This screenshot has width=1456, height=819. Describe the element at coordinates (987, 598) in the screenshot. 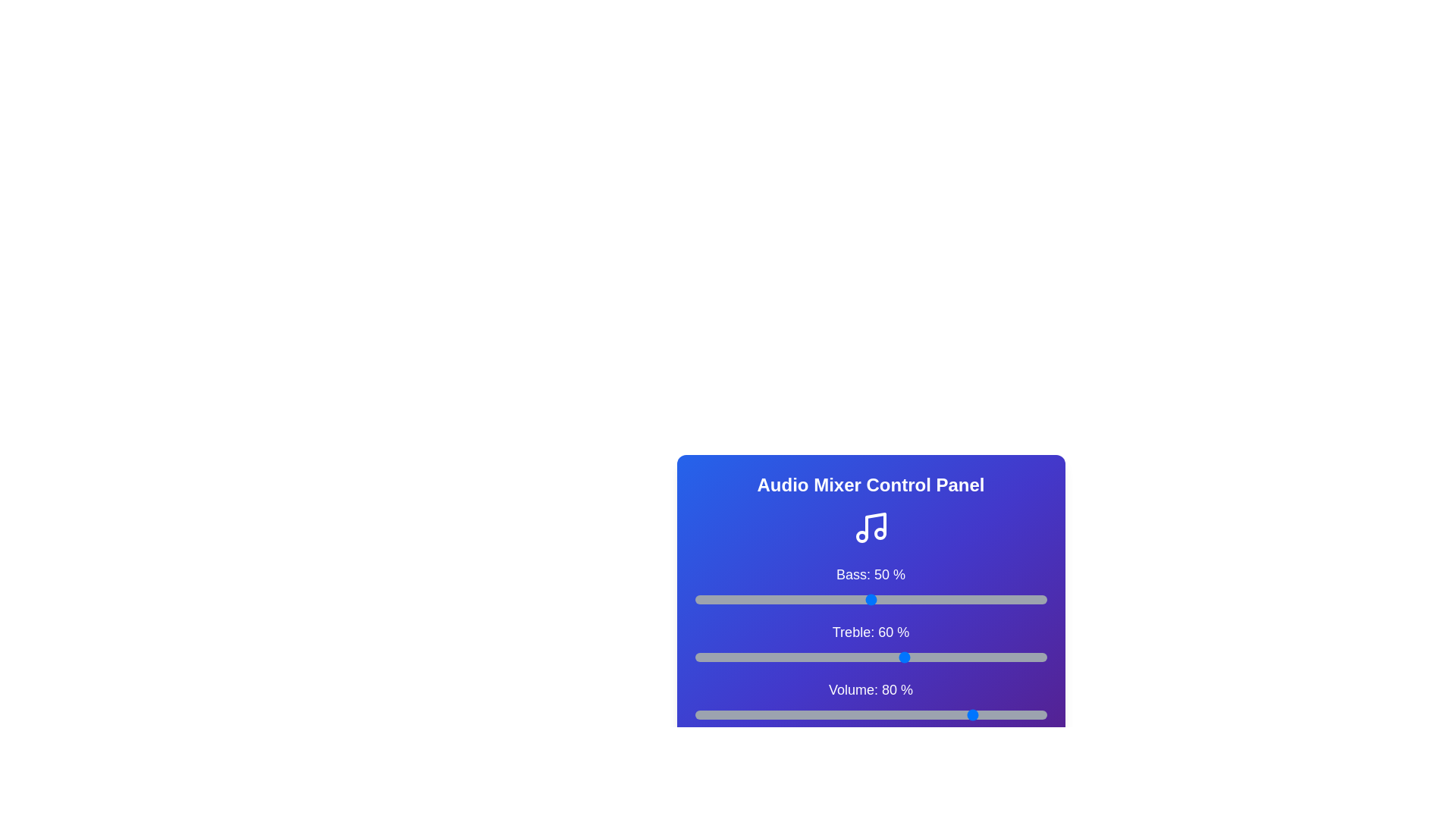

I see `the bass slider to 83%` at that location.